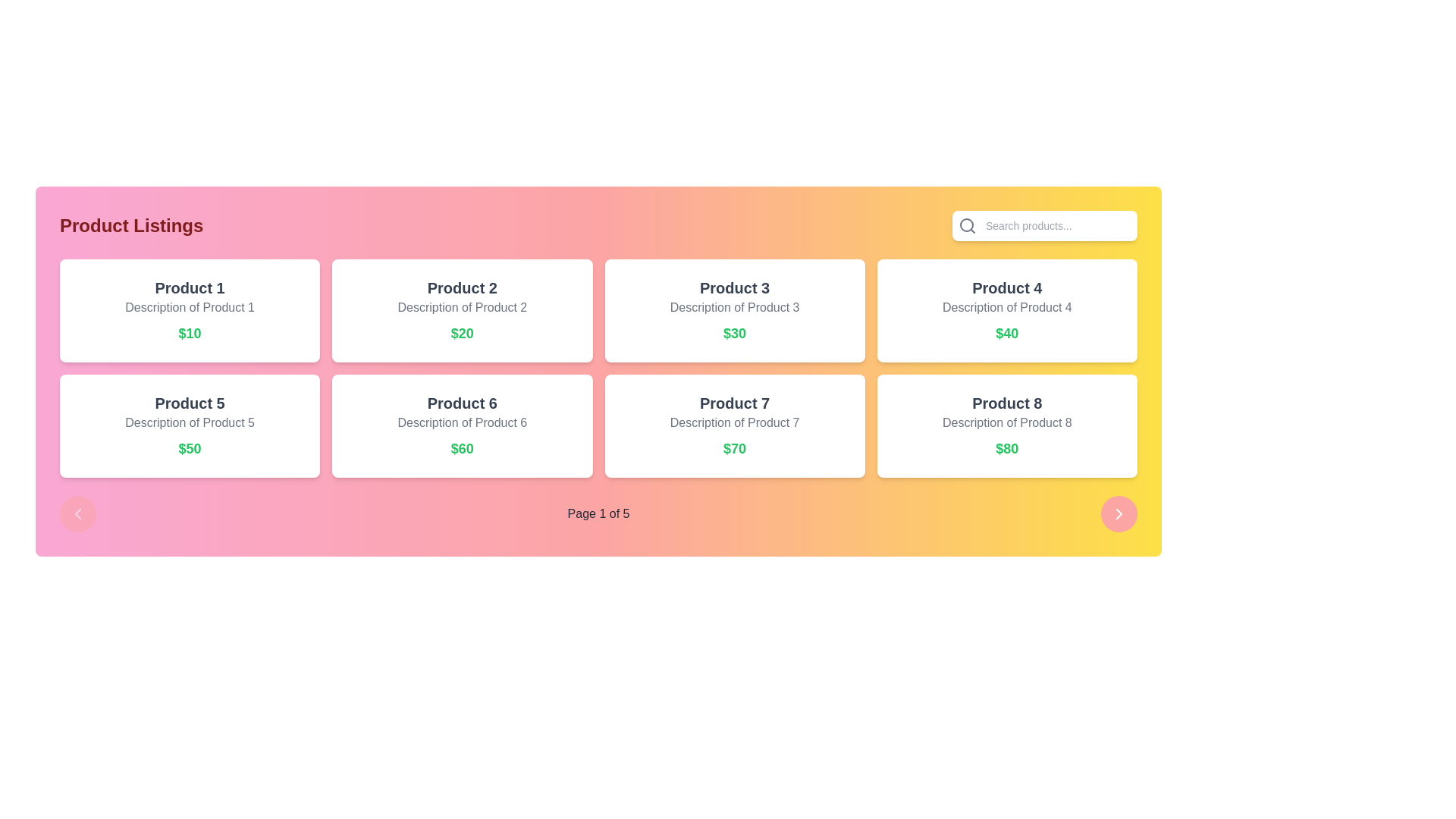 The width and height of the screenshot is (1456, 819). What do you see at coordinates (1119, 513) in the screenshot?
I see `the 'next' icon located inside the circular button in the bottom-right corner of the product listing interface` at bounding box center [1119, 513].